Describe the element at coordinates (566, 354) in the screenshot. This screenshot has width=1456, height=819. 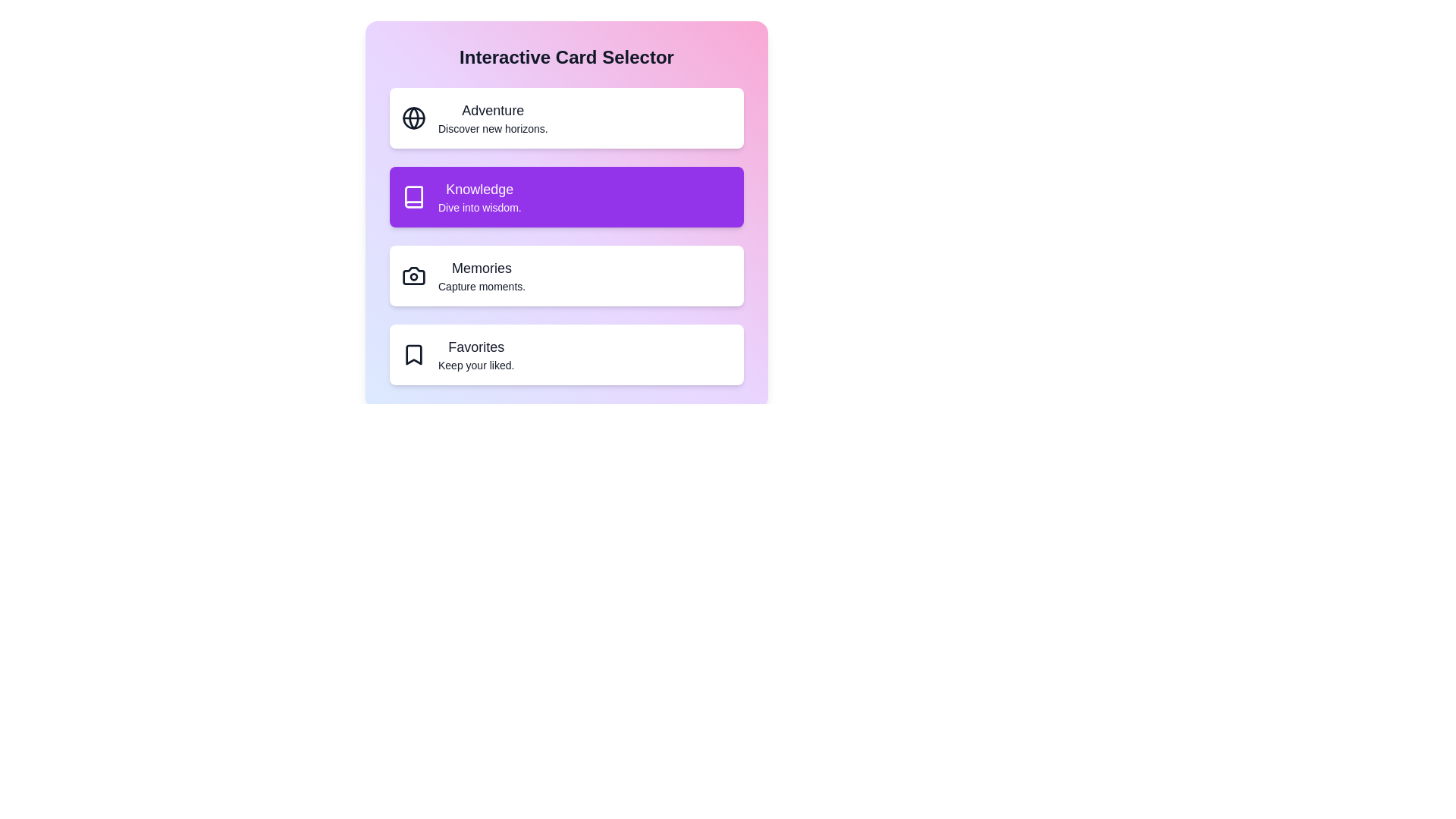
I see `the card labeled Favorites` at that location.